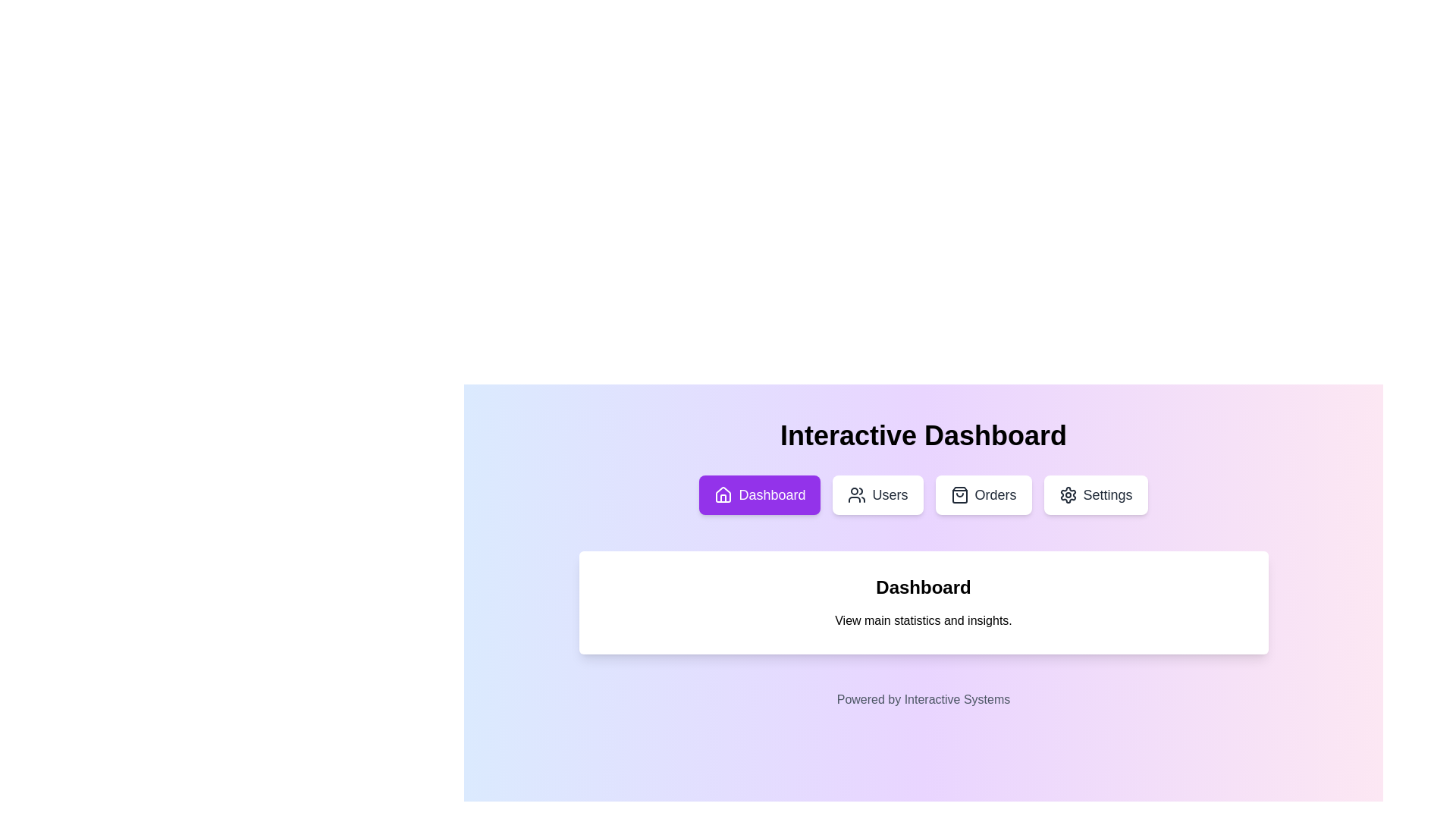  What do you see at coordinates (1067, 494) in the screenshot?
I see `the gear icon that signifies settings functionalities, located adjacent to the 'Settings' text label` at bounding box center [1067, 494].